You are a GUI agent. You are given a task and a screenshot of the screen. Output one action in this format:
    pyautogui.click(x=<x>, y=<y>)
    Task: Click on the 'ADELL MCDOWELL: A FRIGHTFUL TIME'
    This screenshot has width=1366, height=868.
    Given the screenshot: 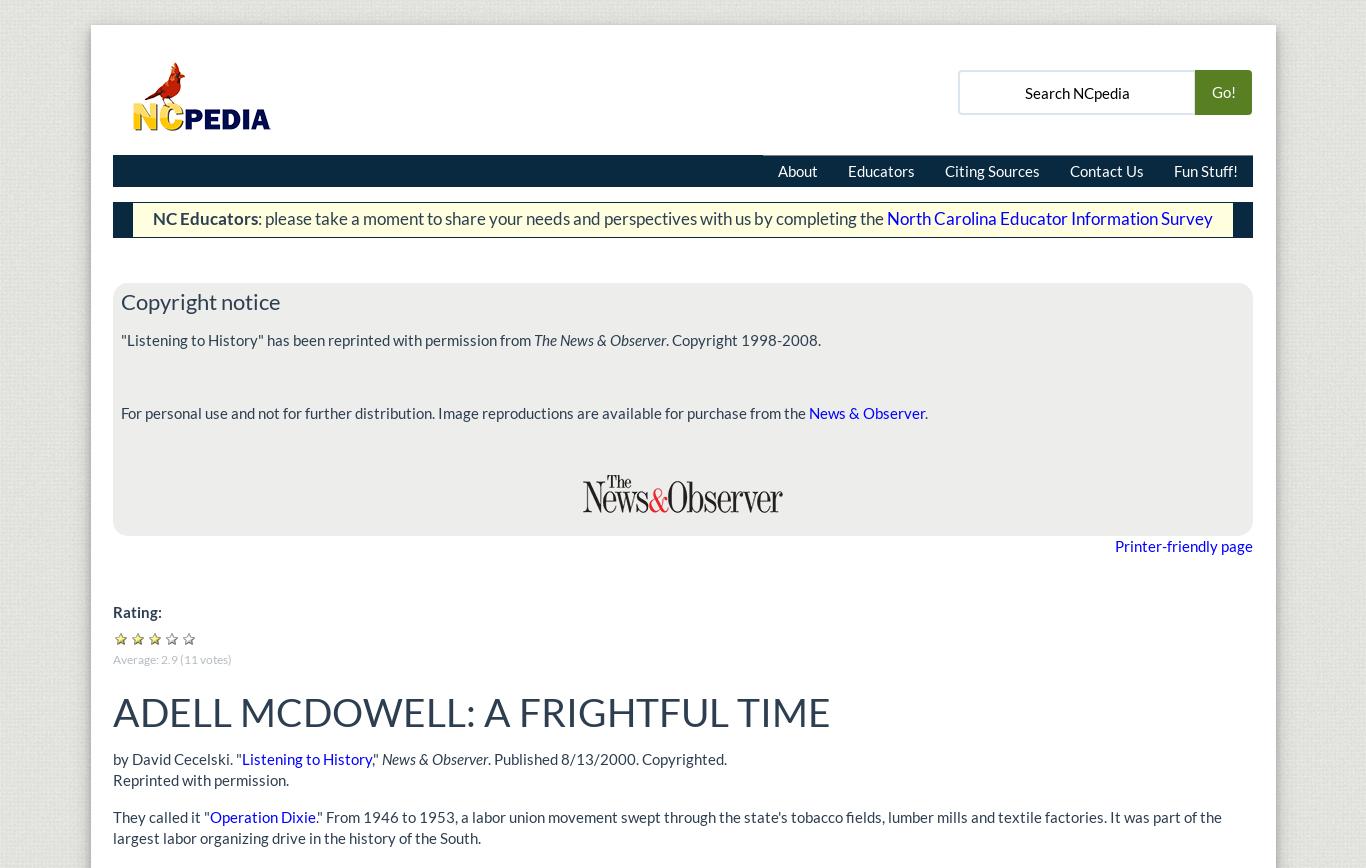 What is the action you would take?
    pyautogui.click(x=476, y=710)
    